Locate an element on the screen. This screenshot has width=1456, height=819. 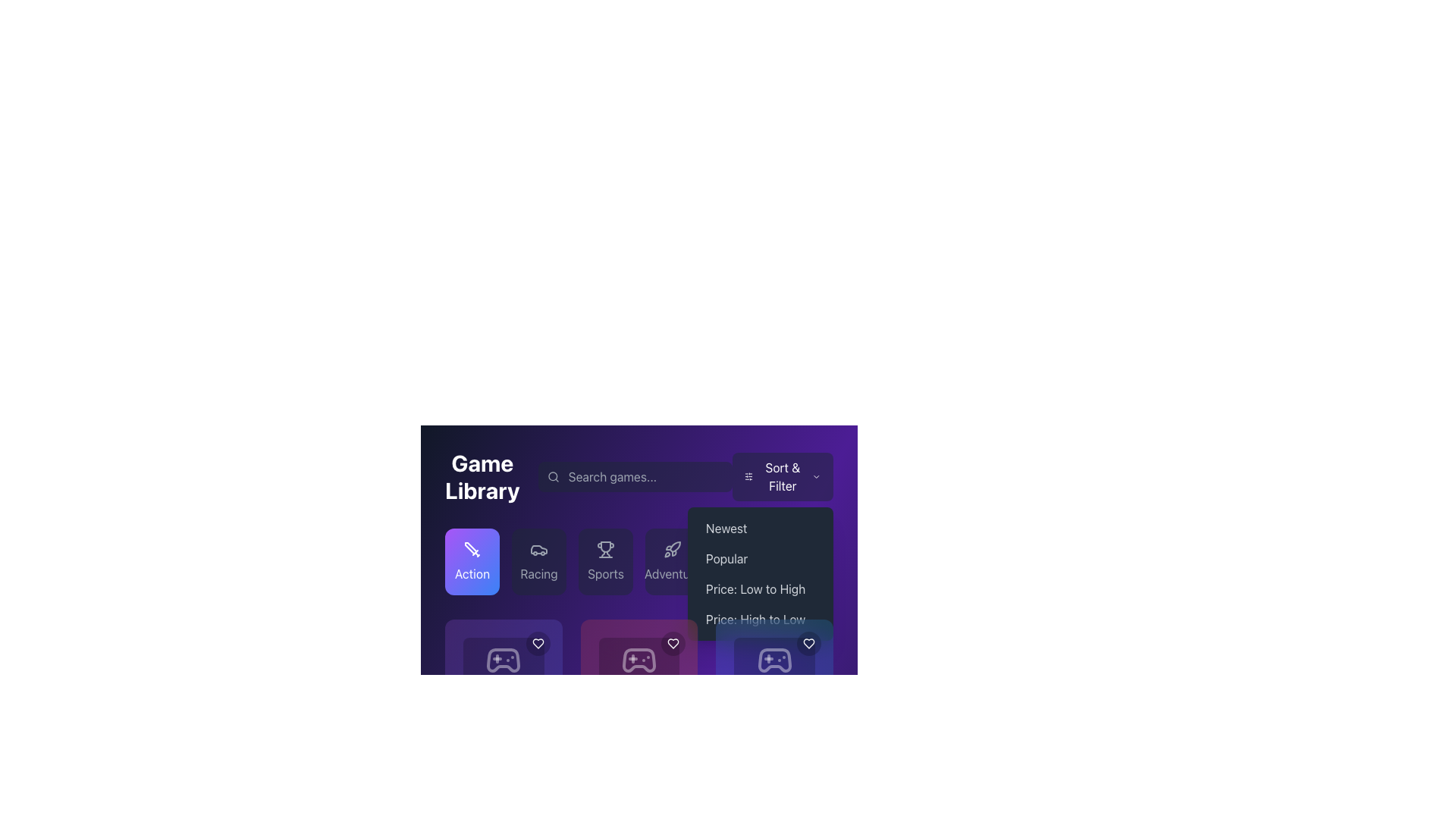
the heart icon located at the bottom-right section of the purple card representing a game in the library is located at coordinates (538, 643).